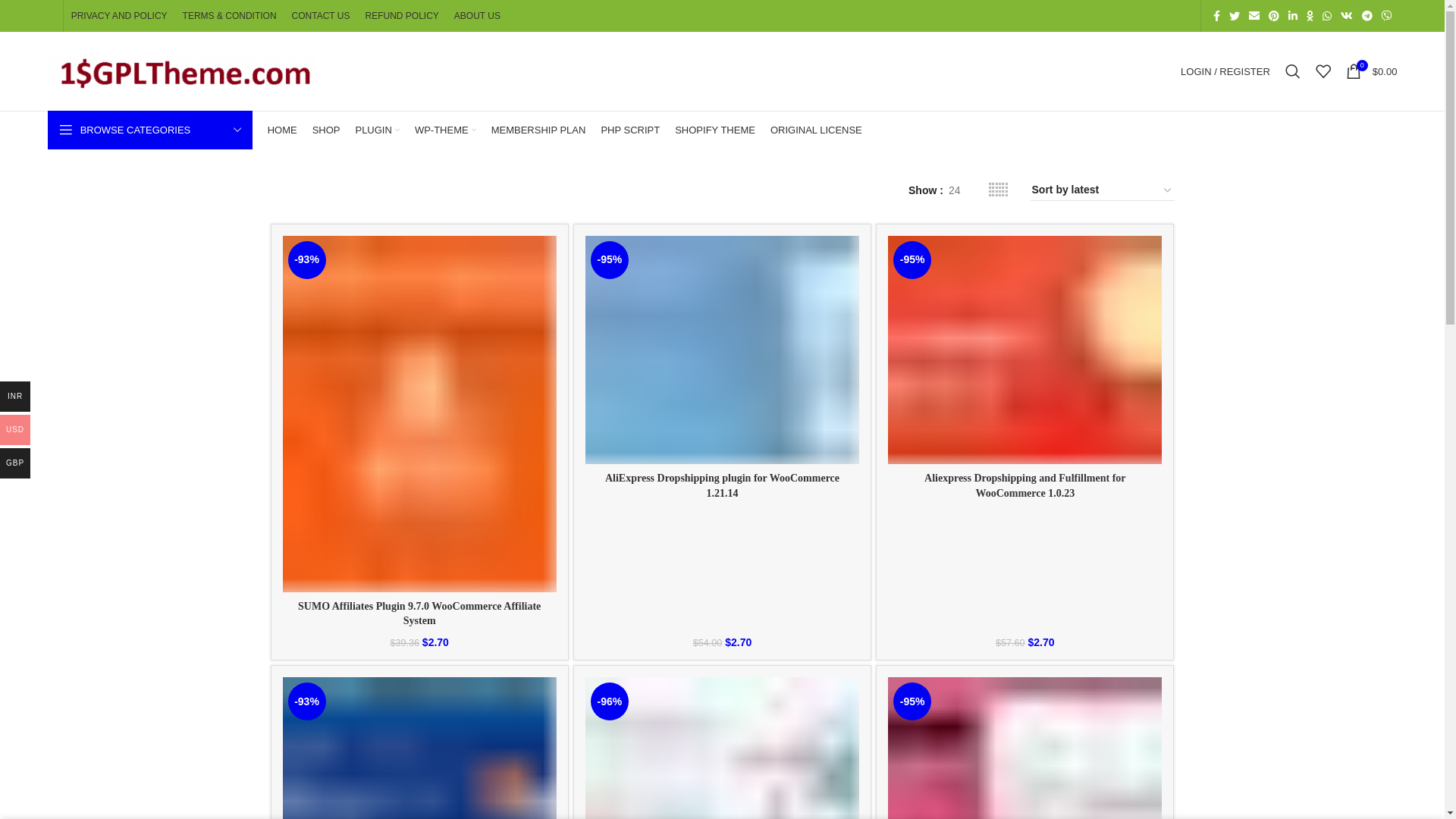 The width and height of the screenshot is (1456, 819). What do you see at coordinates (282, 130) in the screenshot?
I see `'HOME'` at bounding box center [282, 130].